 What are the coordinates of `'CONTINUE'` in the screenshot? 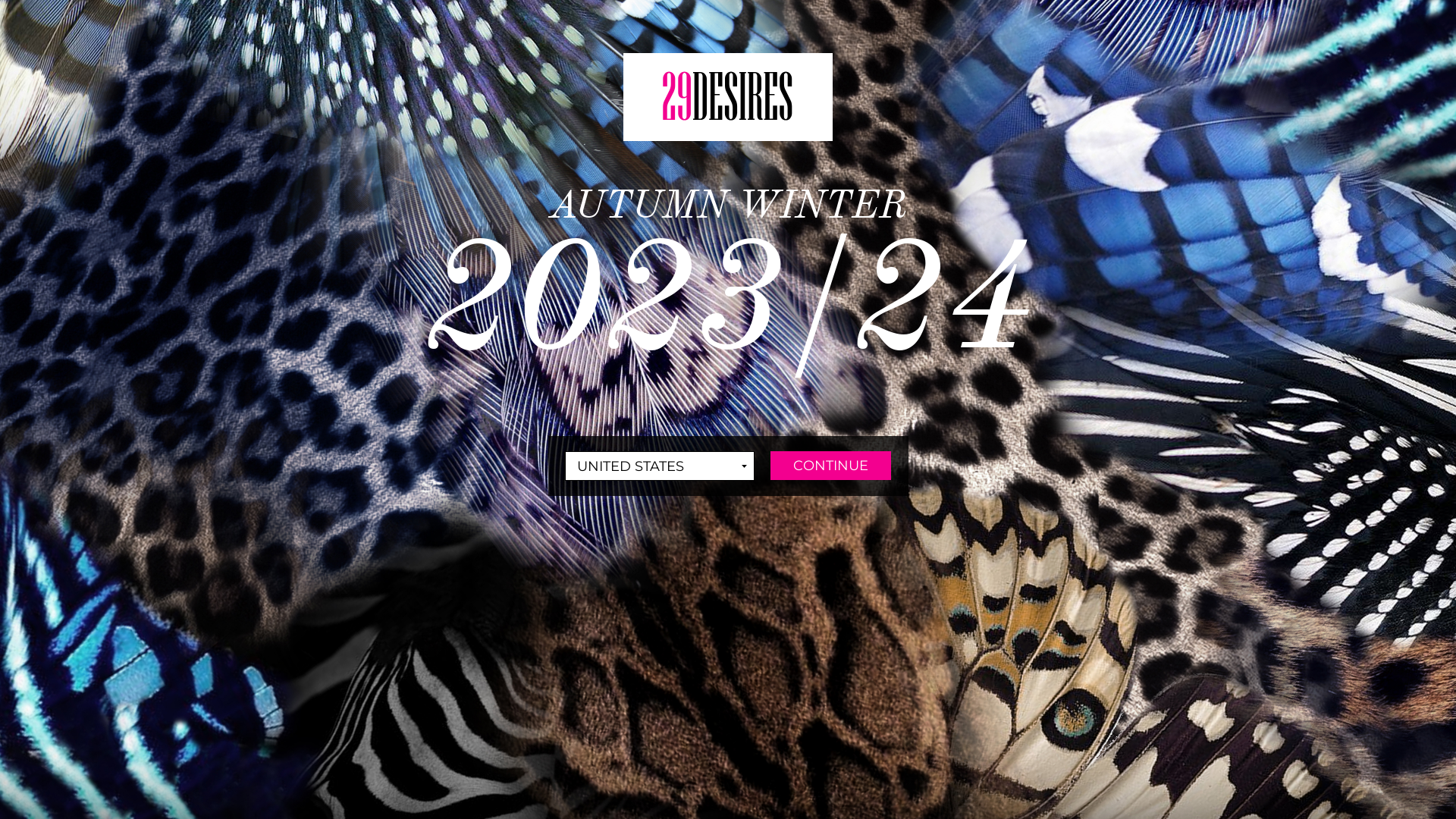 It's located at (830, 464).